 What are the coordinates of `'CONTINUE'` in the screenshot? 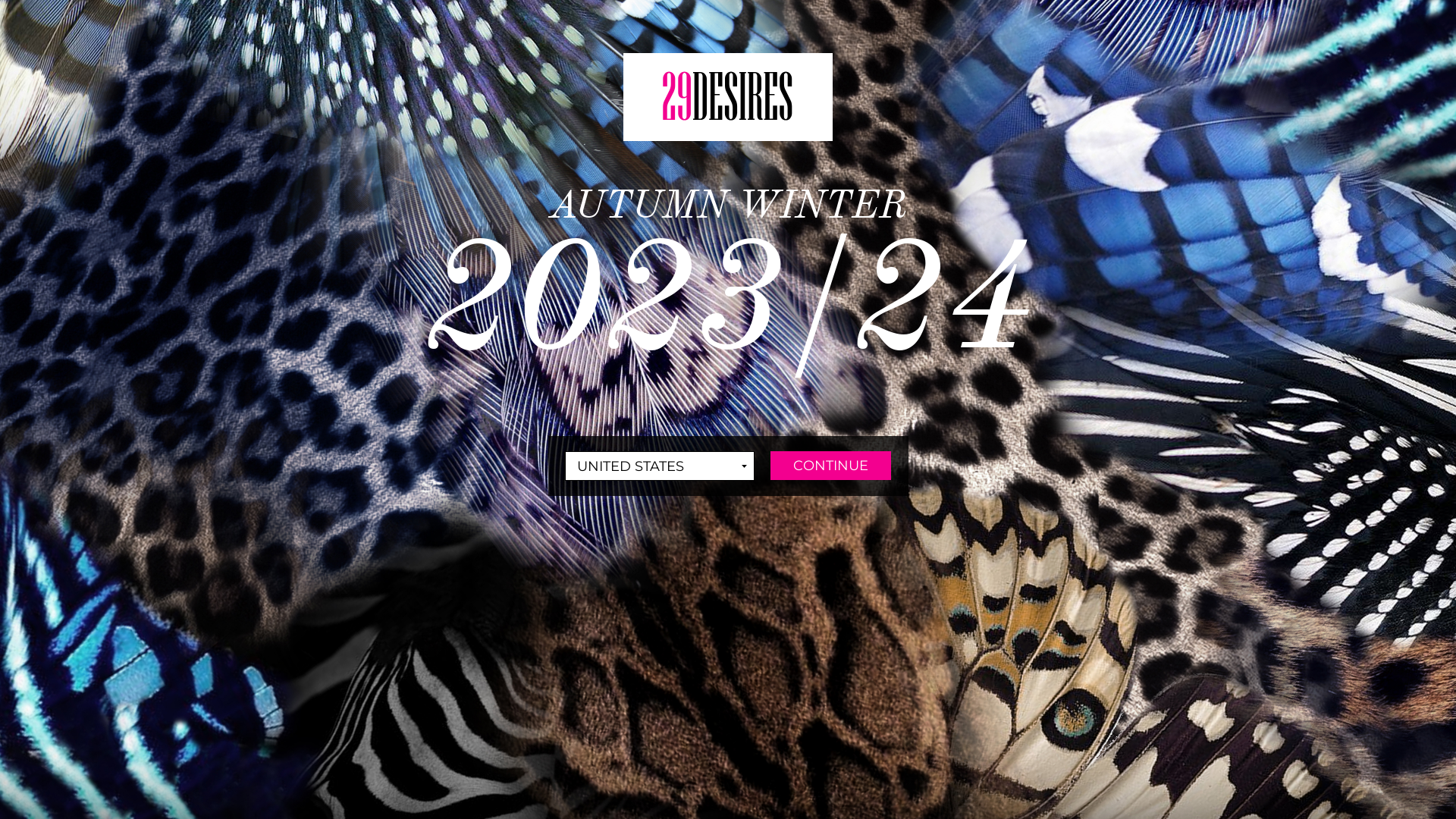 It's located at (830, 464).